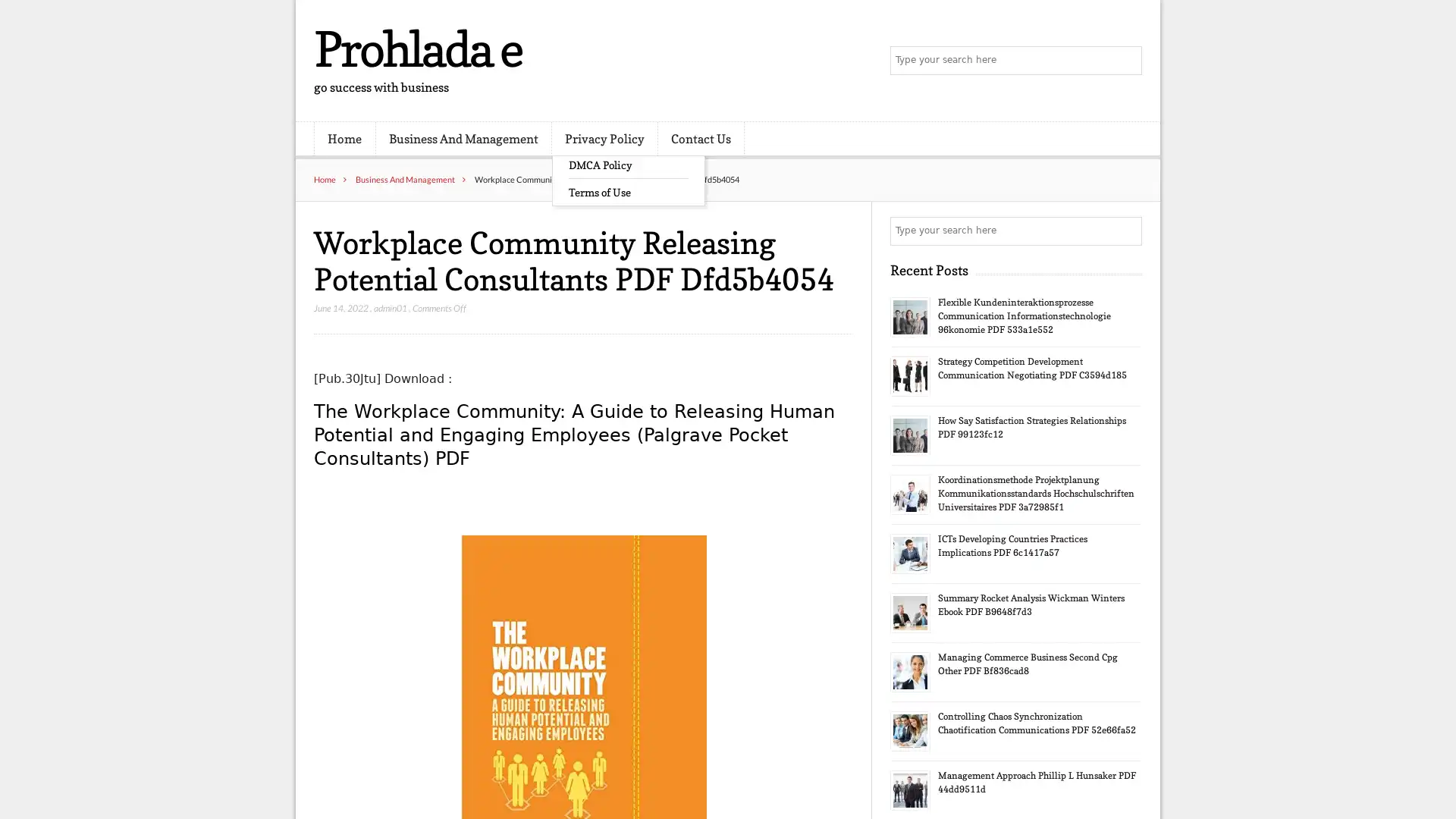 Image resolution: width=1456 pixels, height=819 pixels. What do you see at coordinates (1126, 61) in the screenshot?
I see `Search` at bounding box center [1126, 61].